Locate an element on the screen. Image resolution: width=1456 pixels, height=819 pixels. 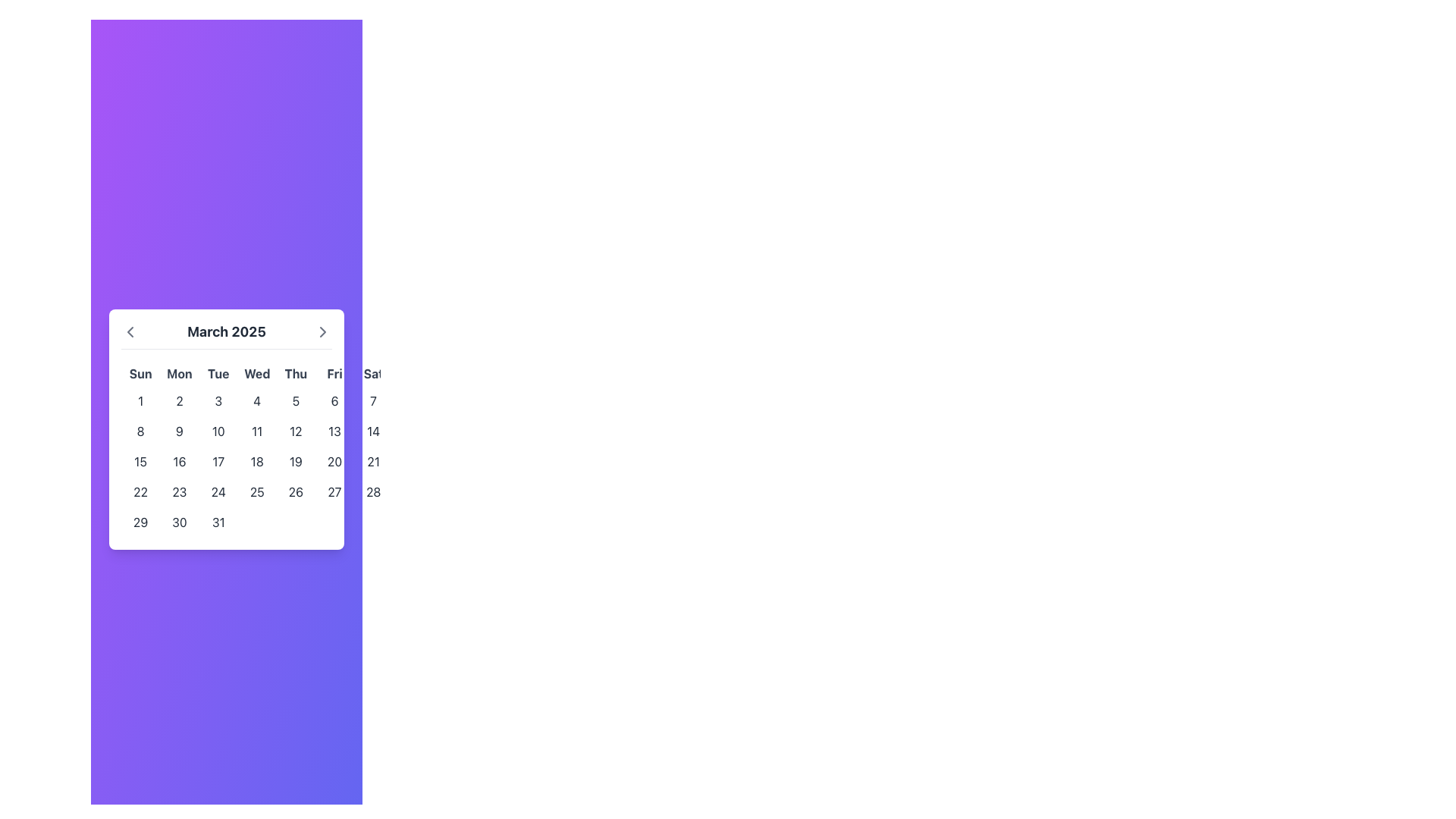
the date in the third row of the calendar grid is located at coordinates (257, 460).